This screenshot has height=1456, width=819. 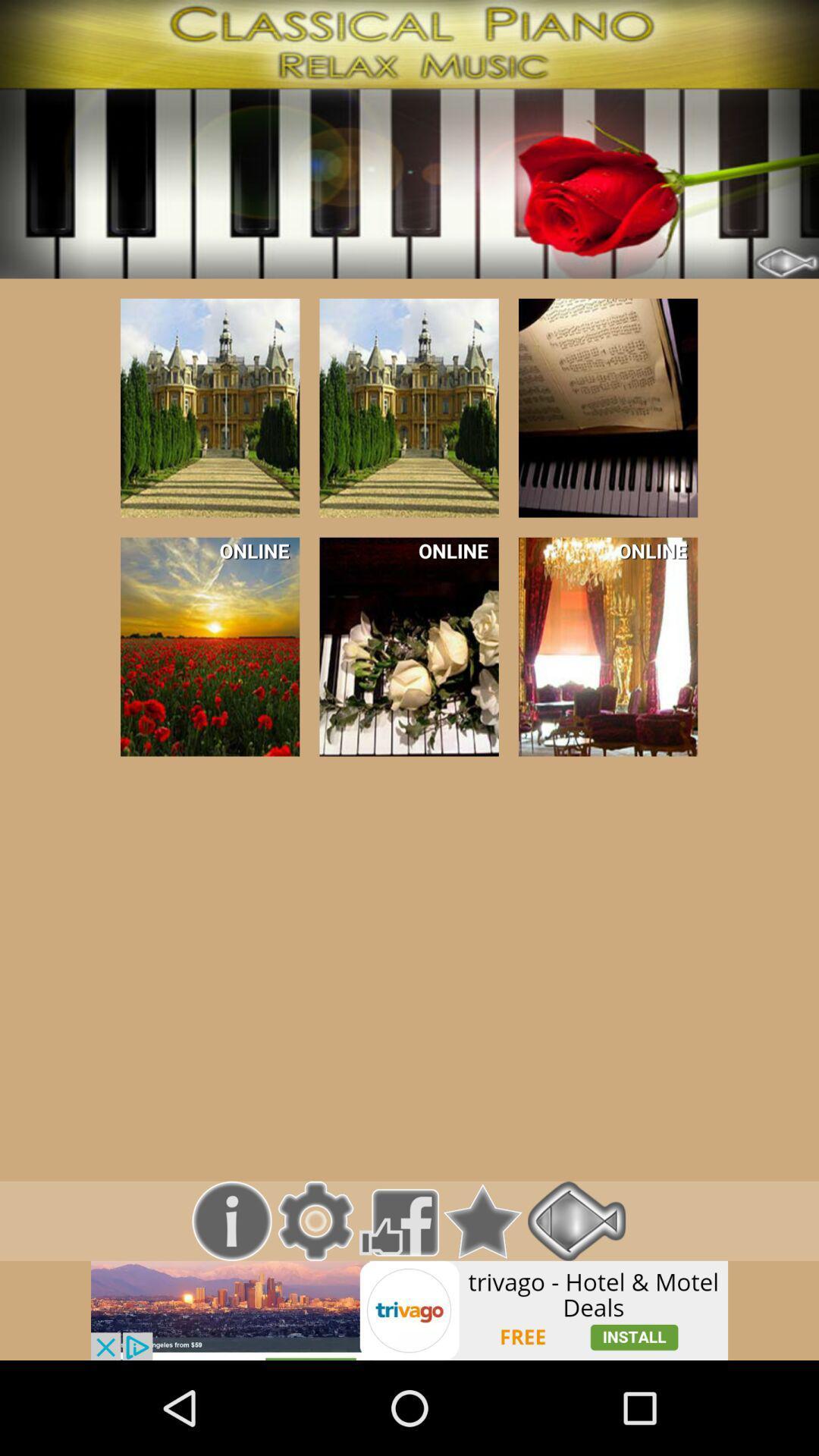 What do you see at coordinates (398, 1221) in the screenshot?
I see `like their facebook page` at bounding box center [398, 1221].